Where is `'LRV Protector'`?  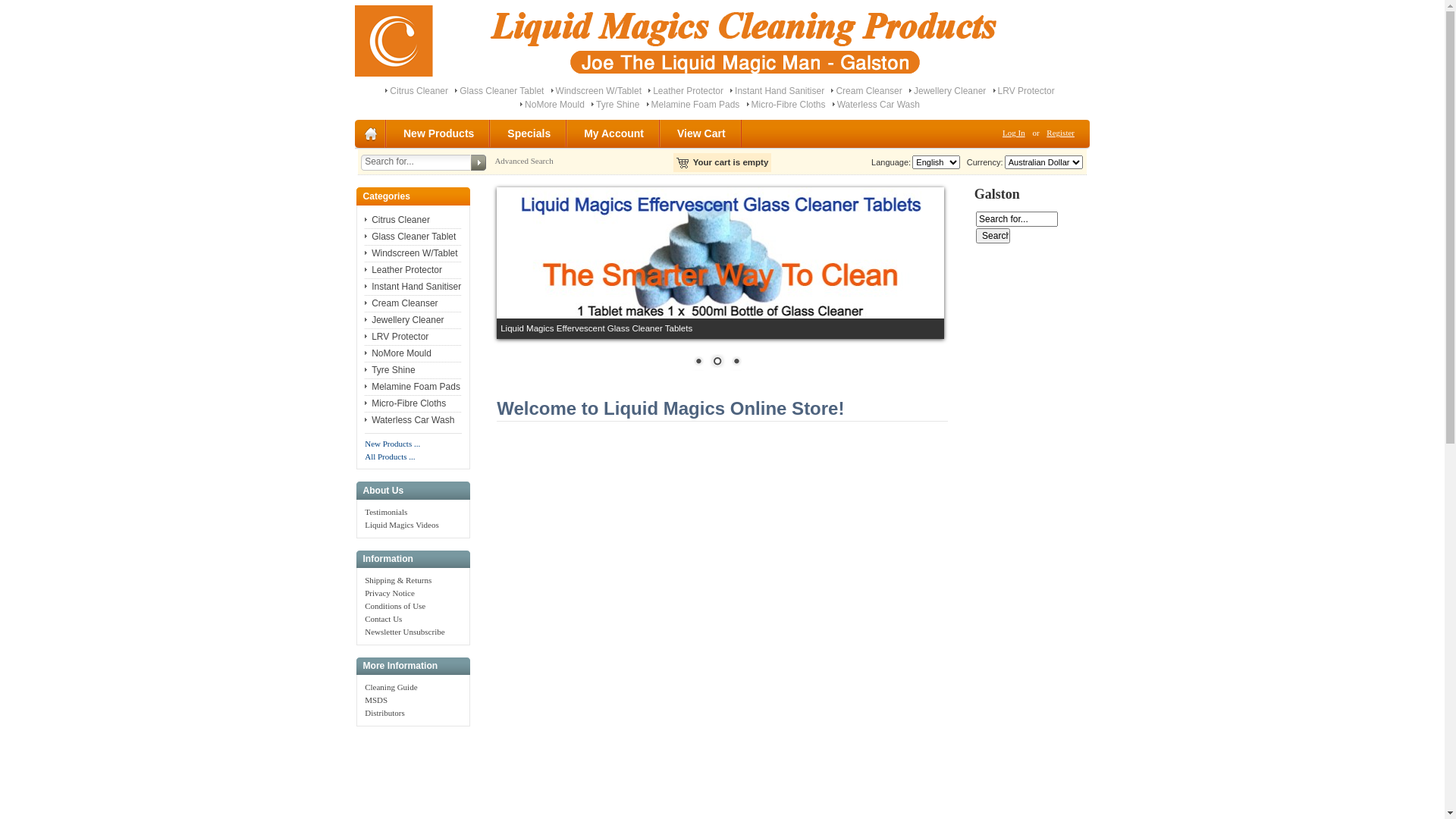
'LRV Protector' is located at coordinates (397, 335).